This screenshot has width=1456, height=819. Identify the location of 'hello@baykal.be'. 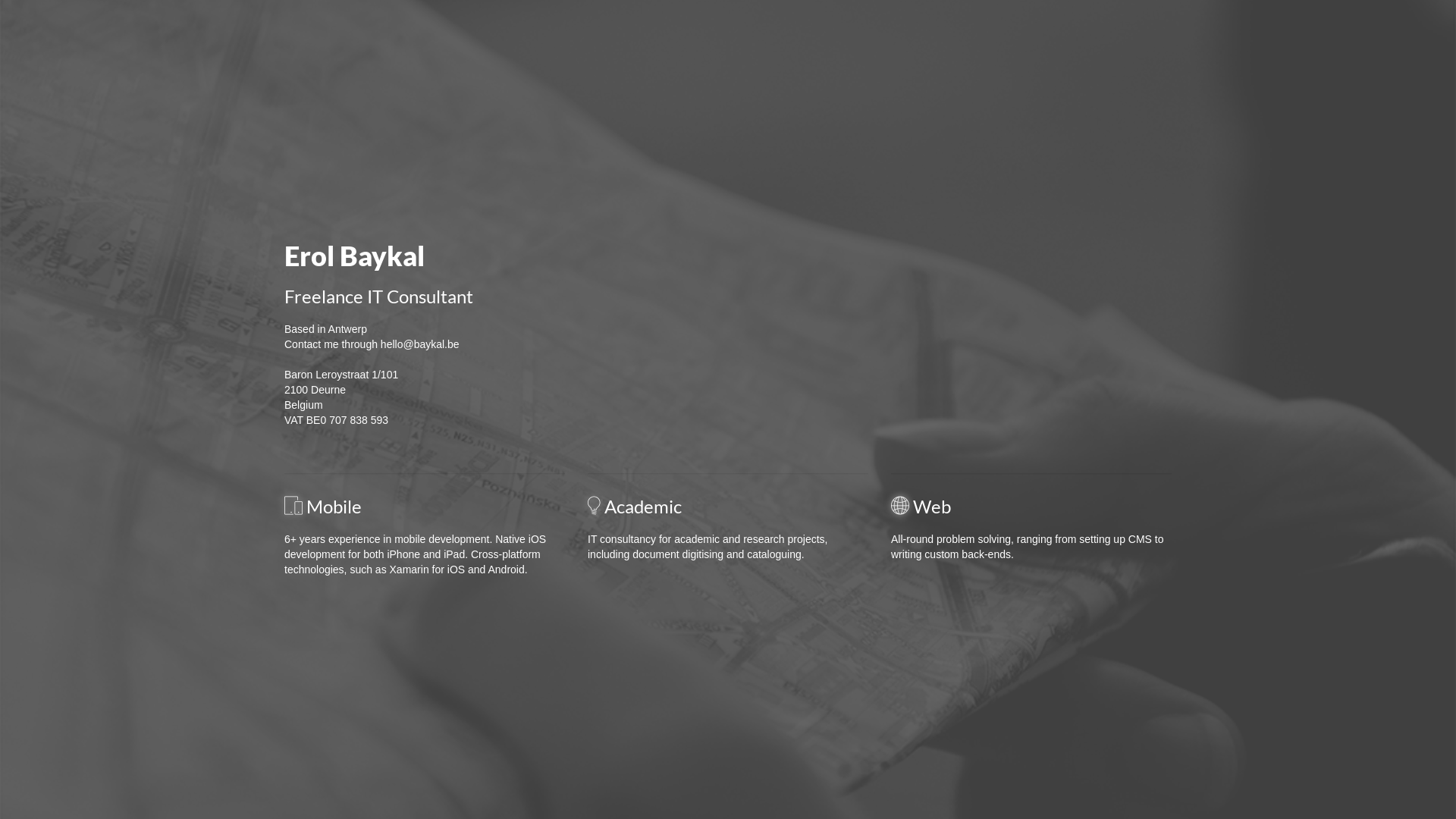
(419, 344).